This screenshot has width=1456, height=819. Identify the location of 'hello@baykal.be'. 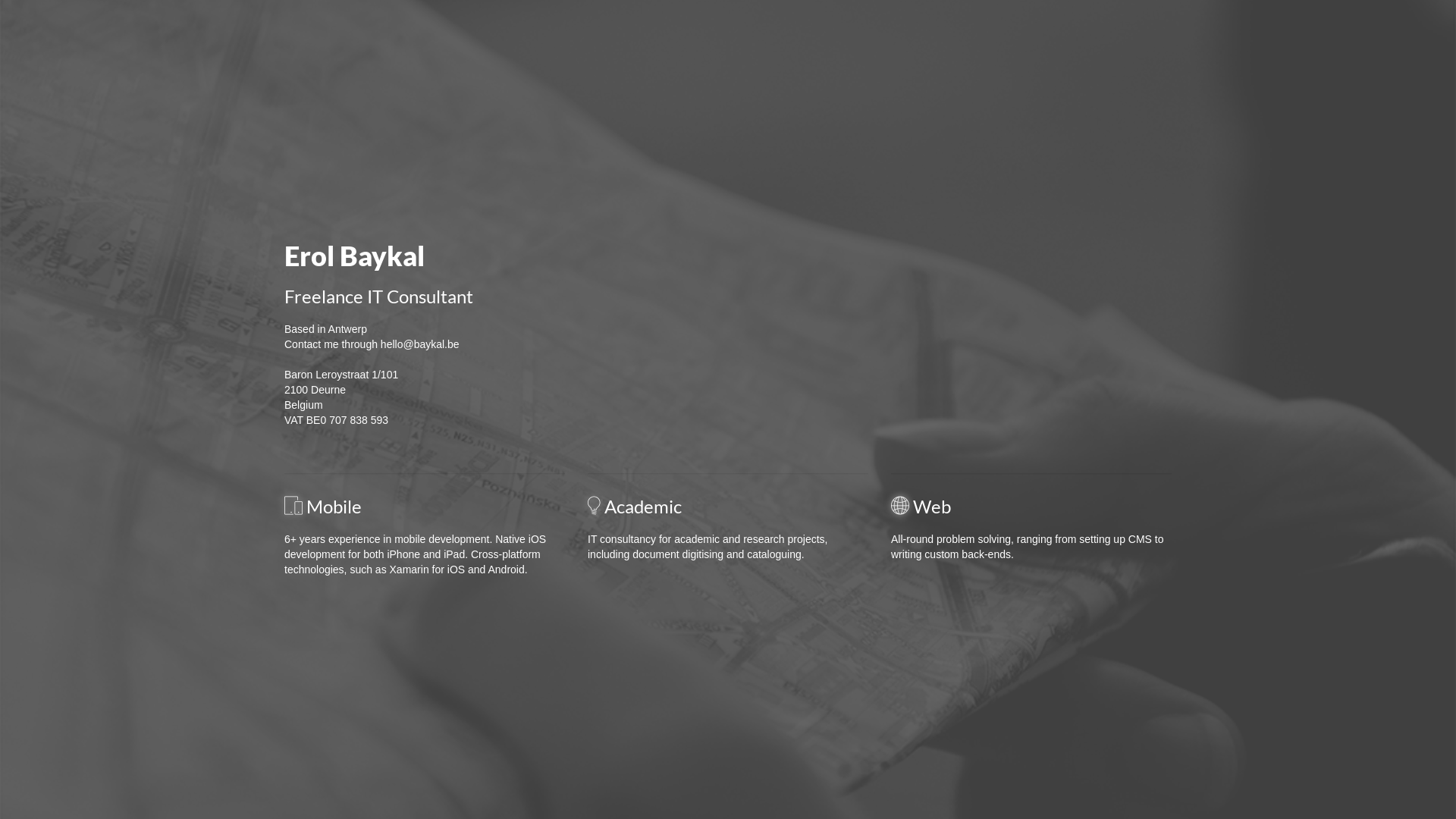
(419, 344).